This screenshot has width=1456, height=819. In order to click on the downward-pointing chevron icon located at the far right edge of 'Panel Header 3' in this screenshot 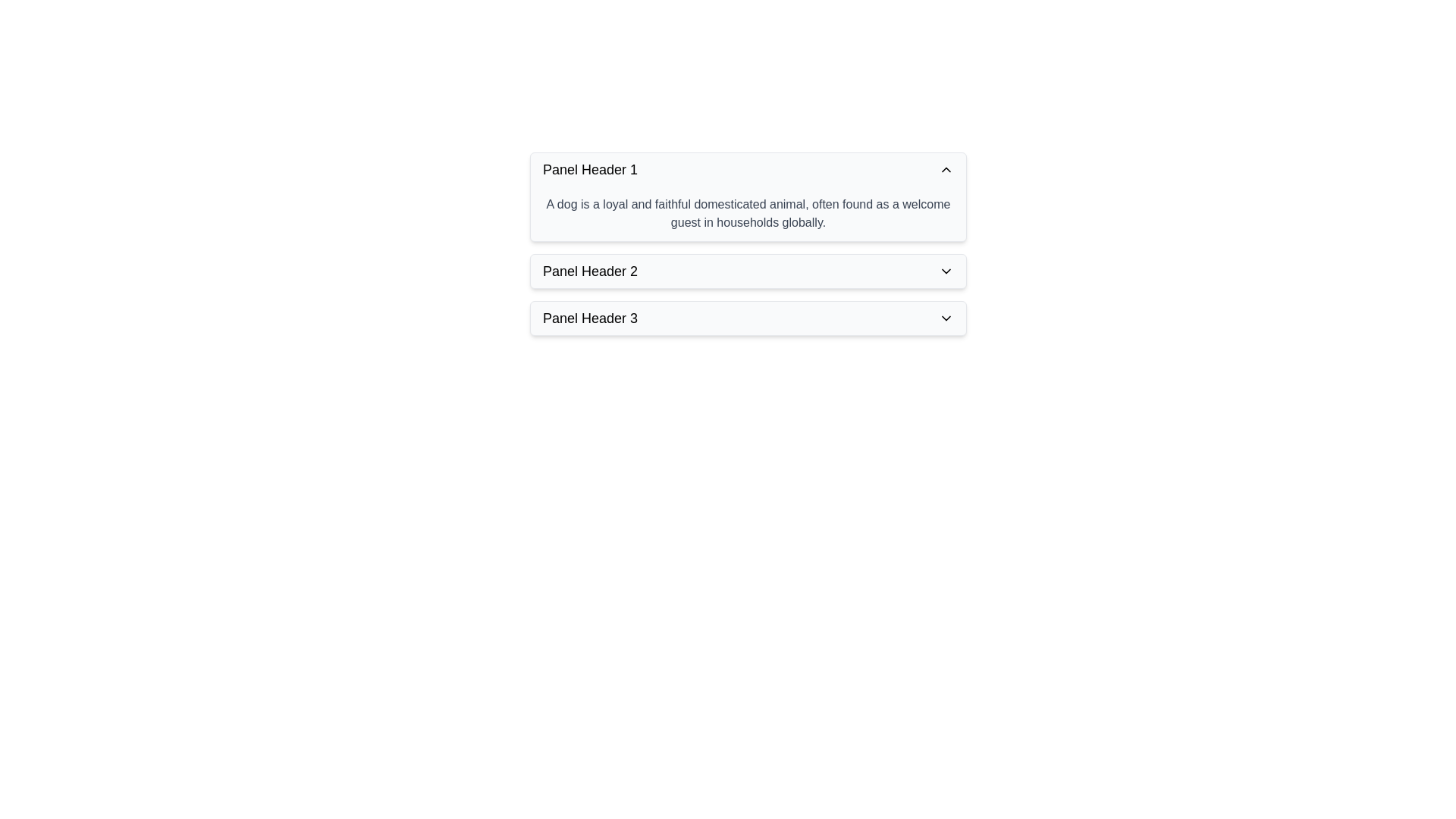, I will do `click(946, 318)`.